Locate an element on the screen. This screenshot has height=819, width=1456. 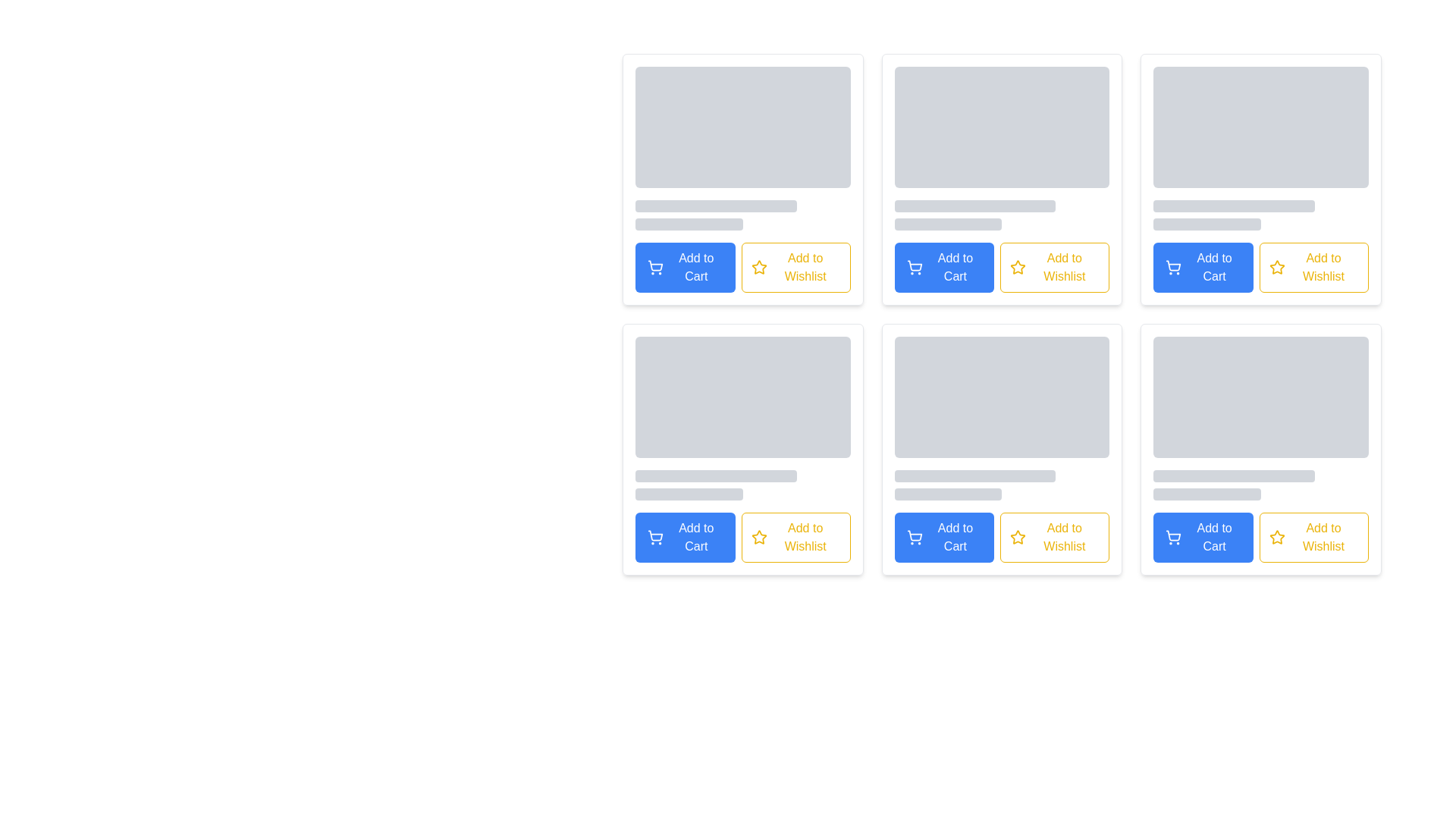
the 'Add to Wishlist' button, which is the yellow-bordered button with a star icon located in the button group beneath the product description is located at coordinates (742, 537).